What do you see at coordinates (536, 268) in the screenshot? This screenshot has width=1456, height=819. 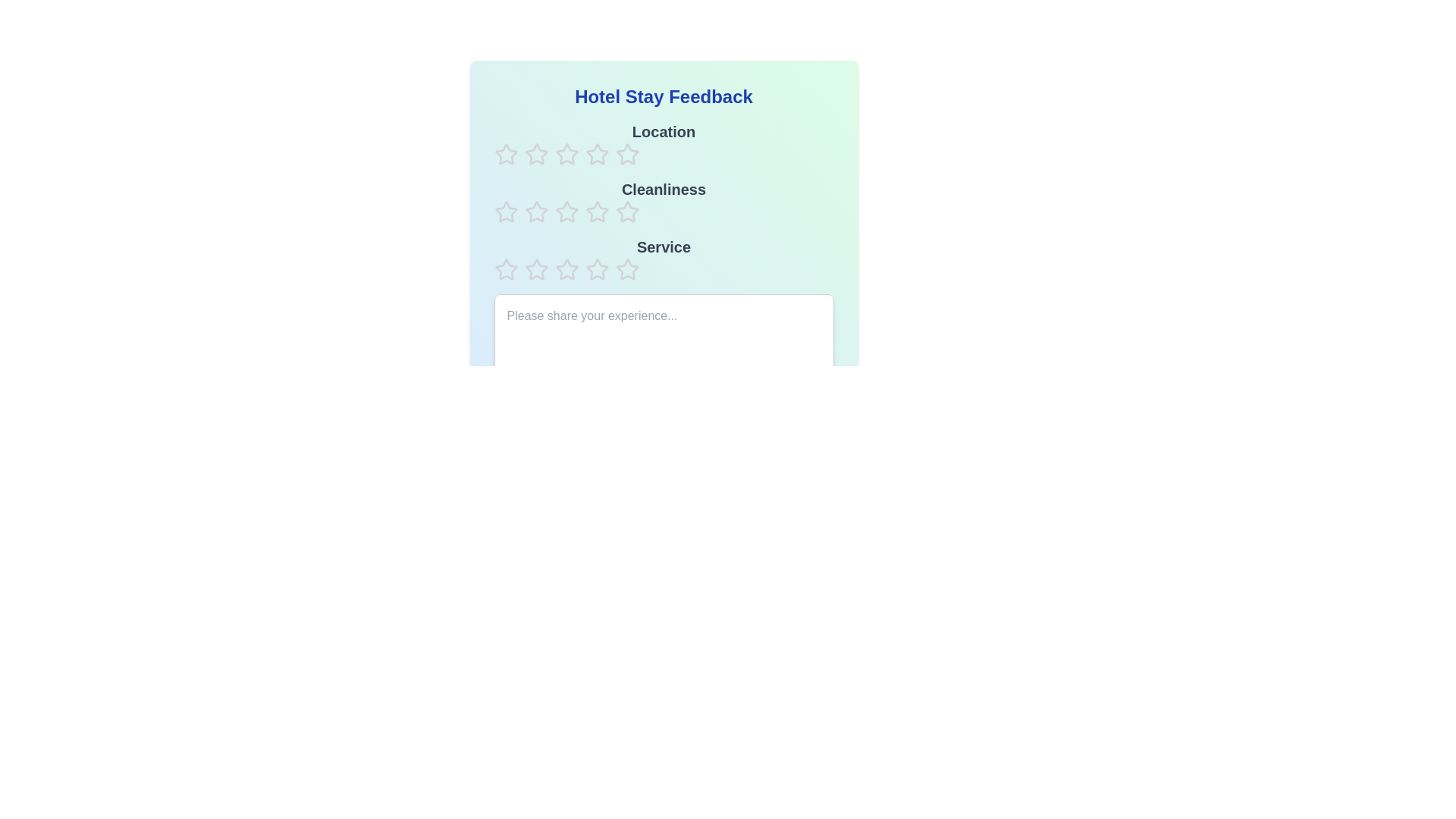 I see `the first star in the third row labeled 'Service' to rate it` at bounding box center [536, 268].